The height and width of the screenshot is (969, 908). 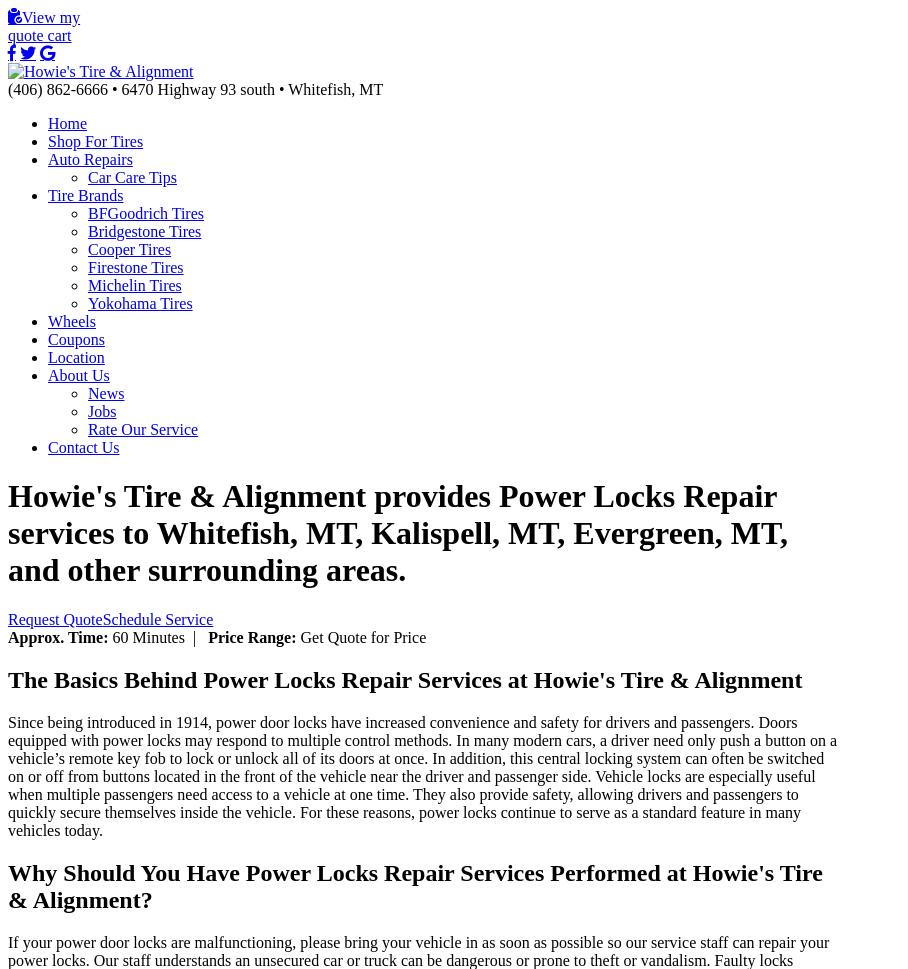 I want to click on '60 Minutes  |', so click(x=158, y=636).